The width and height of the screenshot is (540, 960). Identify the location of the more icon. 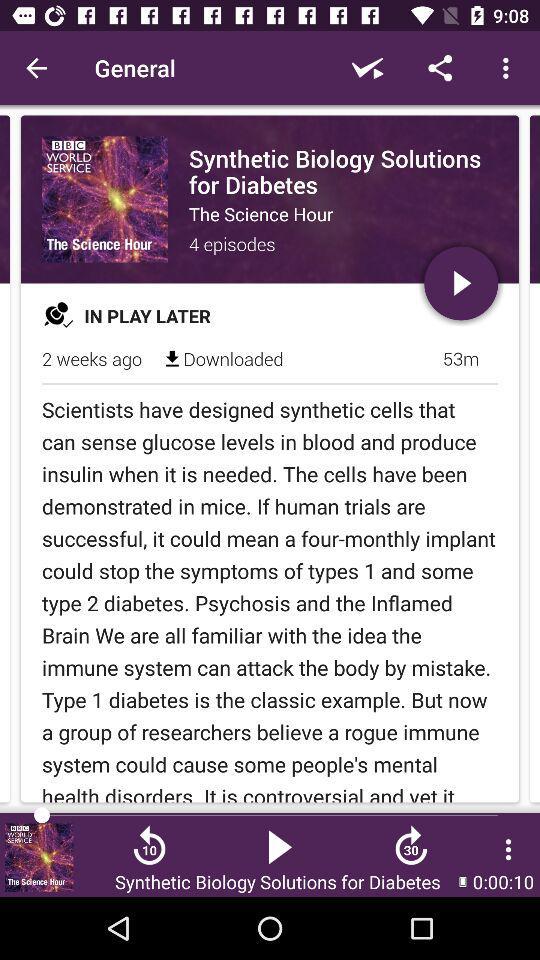
(508, 848).